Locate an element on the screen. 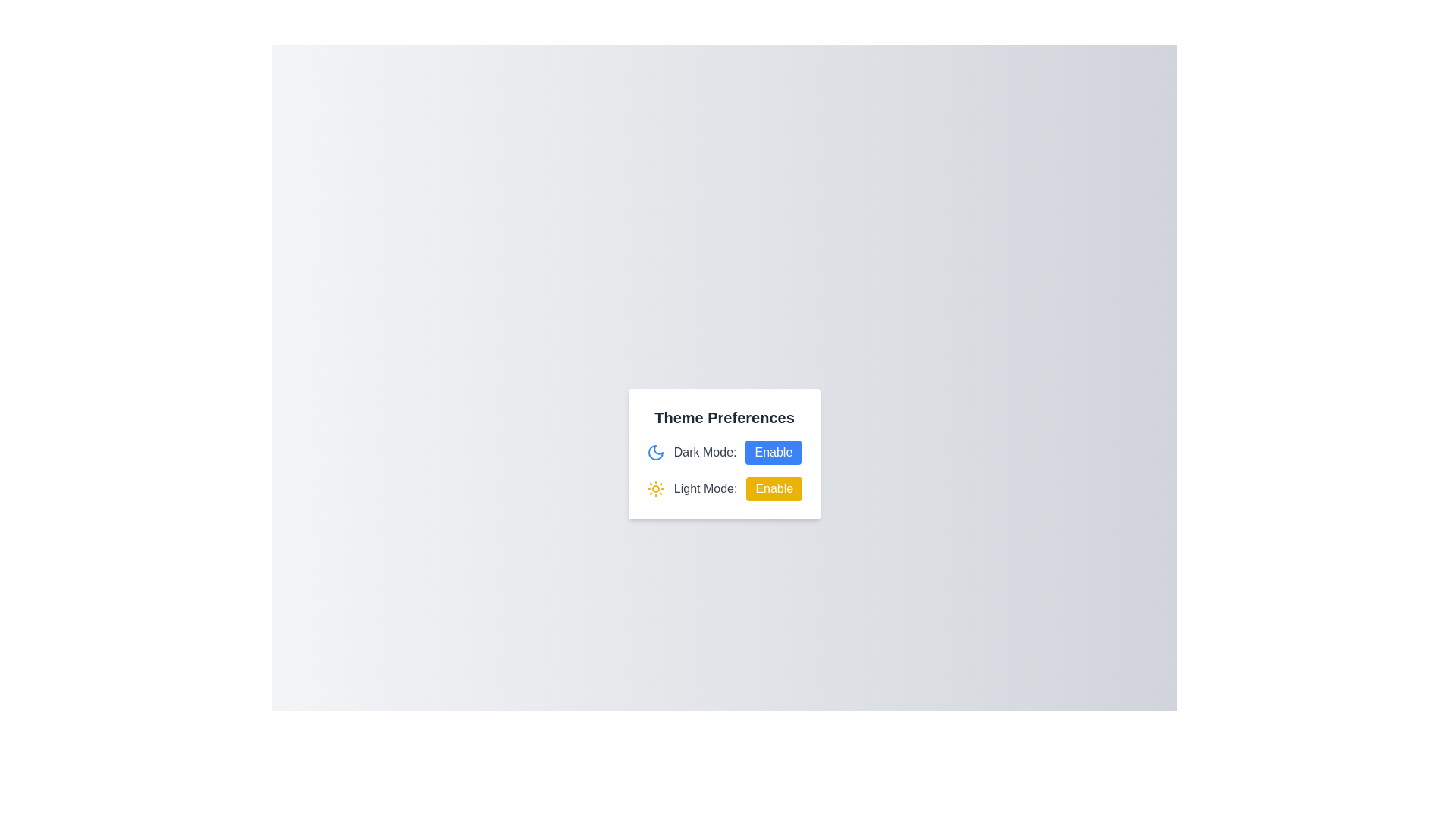 The image size is (1456, 819). the 'Dark Mode:' composite component, which includes a moon icon and an 'Enable' button, for additional information is located at coordinates (723, 452).